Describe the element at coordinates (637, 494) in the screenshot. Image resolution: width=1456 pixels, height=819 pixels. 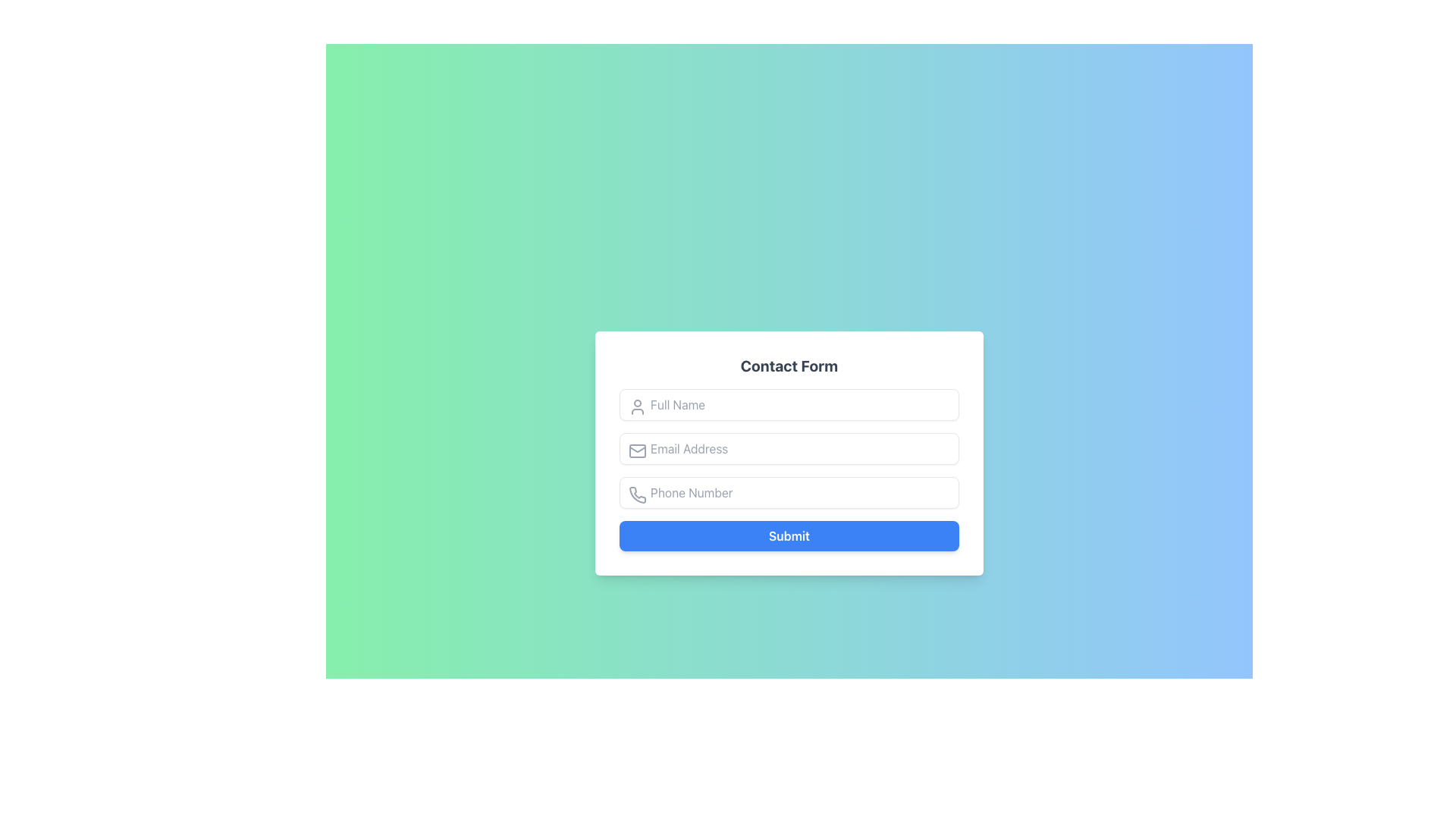
I see `the phone receiver icon located inside the 'Phone Number' input field, which is styled in gray and positioned on the left side of the input box` at that location.